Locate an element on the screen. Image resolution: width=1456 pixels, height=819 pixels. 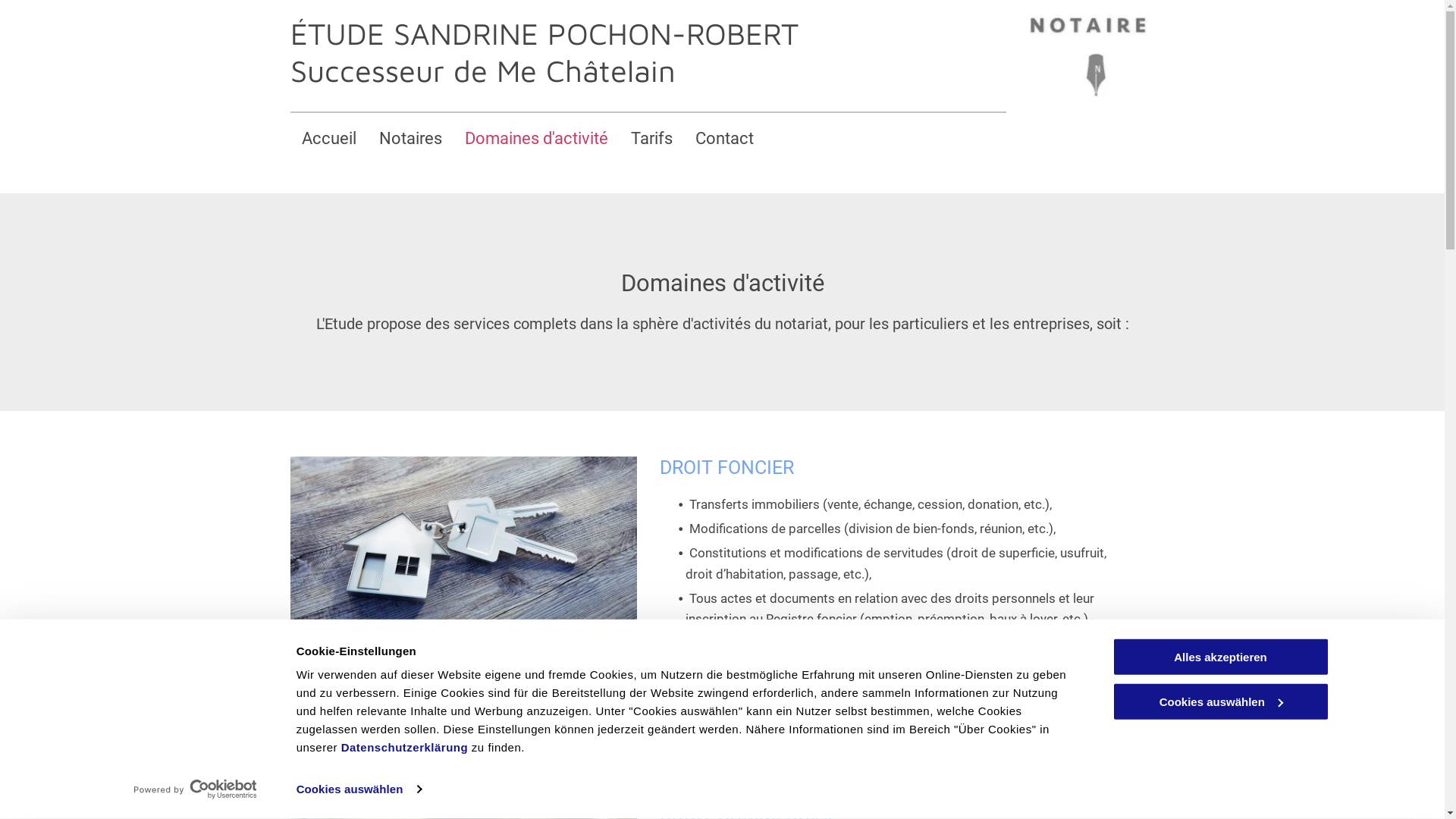
'Notaires' is located at coordinates (409, 138).